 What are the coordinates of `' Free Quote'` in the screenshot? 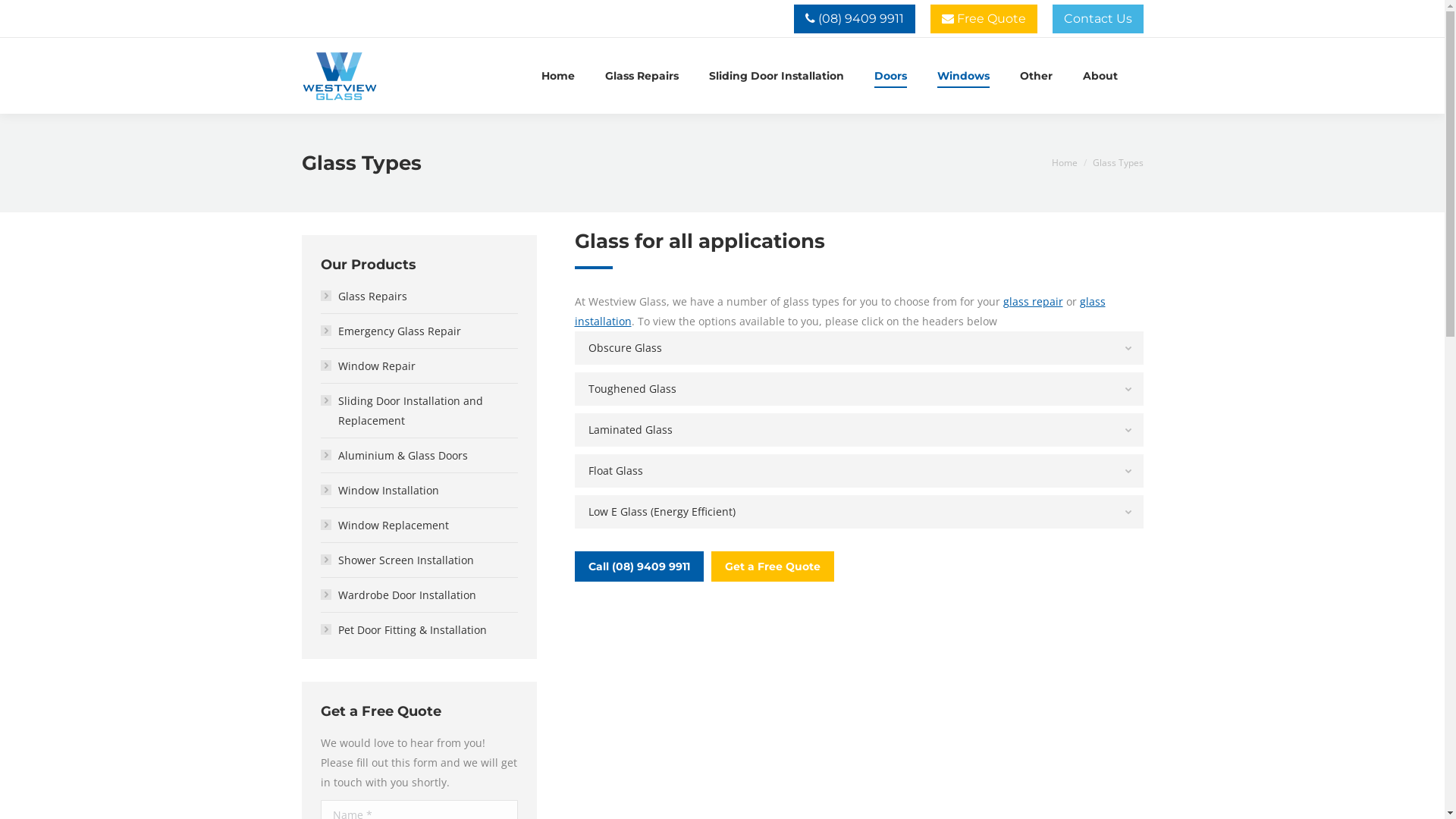 It's located at (928, 18).